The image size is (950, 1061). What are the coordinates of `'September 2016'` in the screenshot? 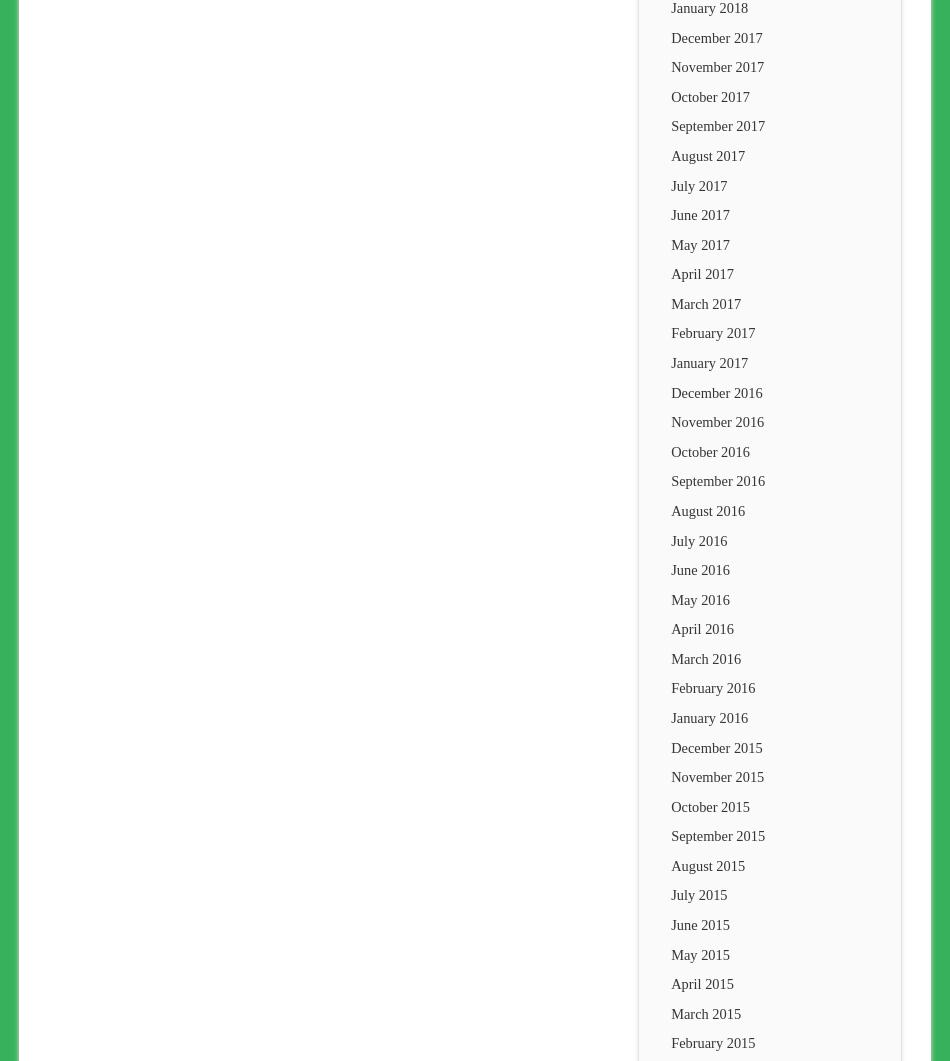 It's located at (670, 480).